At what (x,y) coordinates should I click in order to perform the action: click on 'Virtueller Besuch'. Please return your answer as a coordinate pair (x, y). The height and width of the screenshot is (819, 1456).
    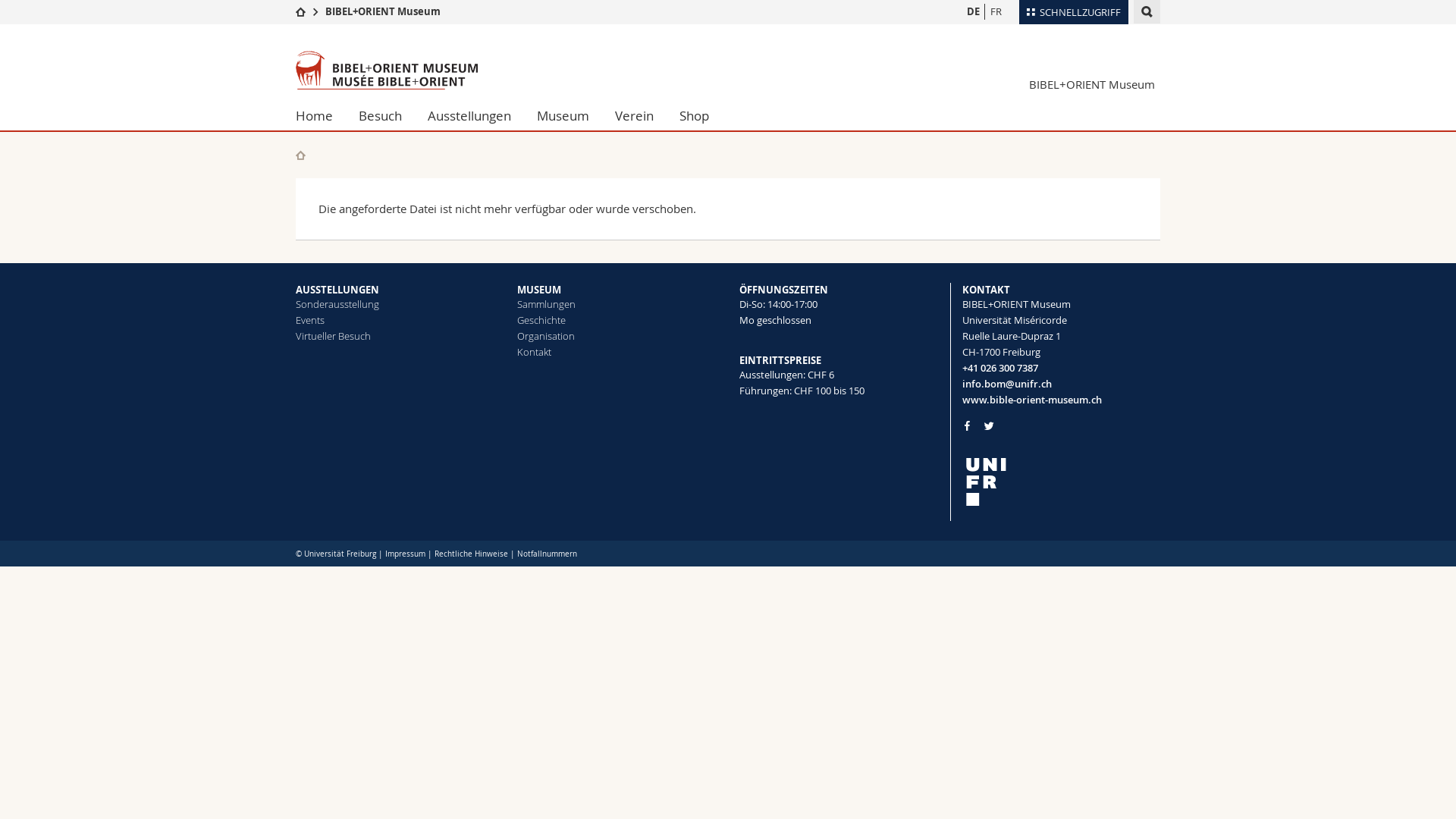
    Looking at the image, I should click on (332, 335).